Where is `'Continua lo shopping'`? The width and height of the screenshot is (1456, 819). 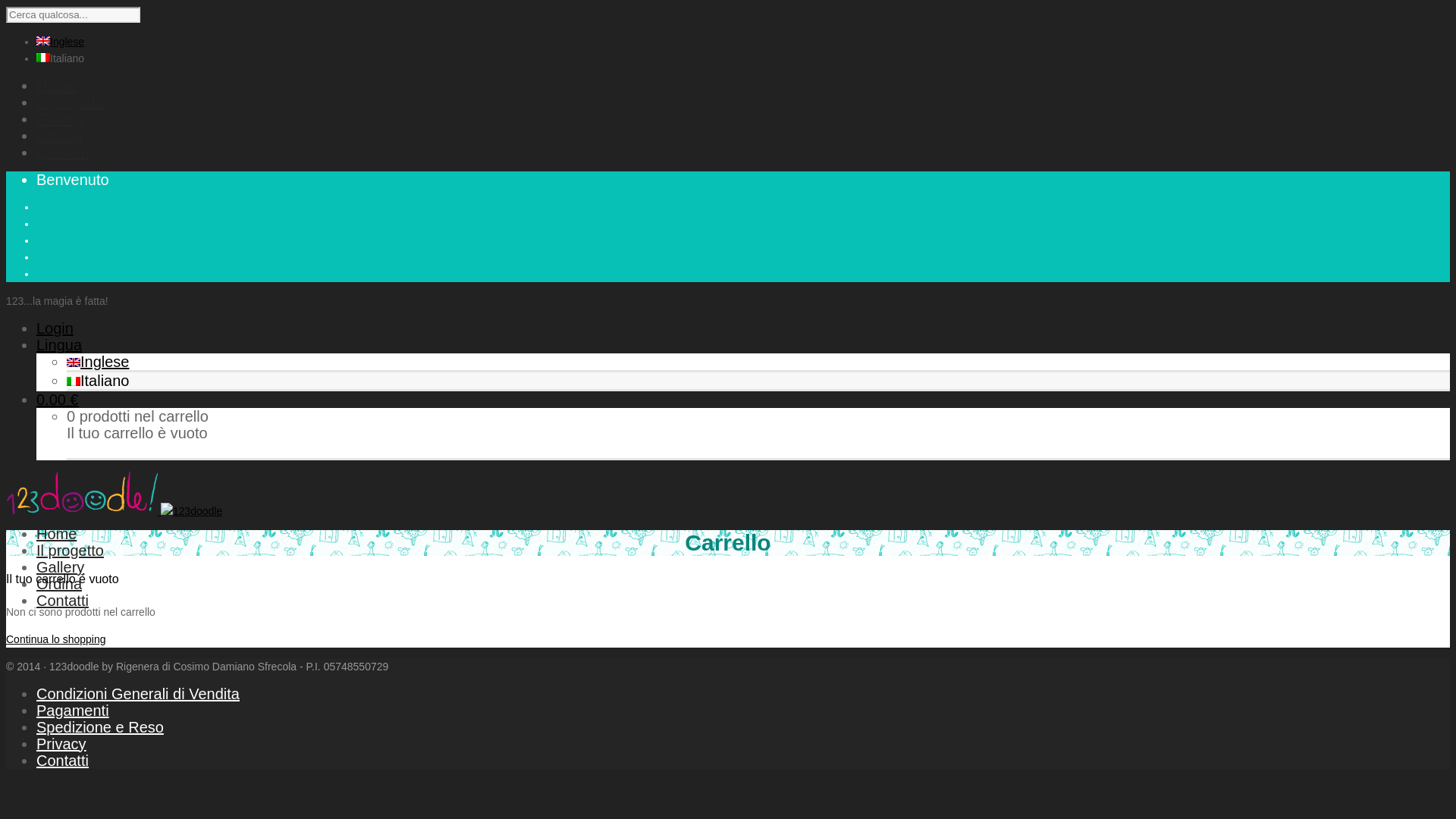 'Continua lo shopping' is located at coordinates (55, 639).